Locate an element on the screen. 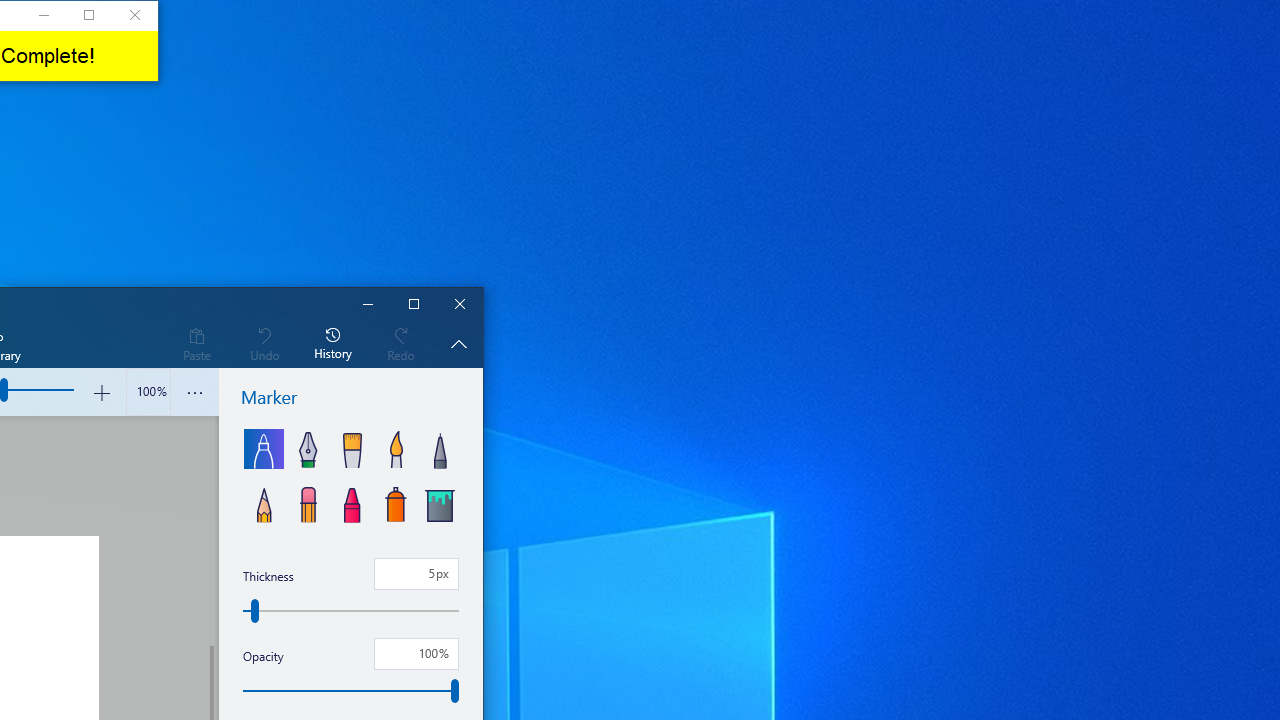 This screenshot has height=720, width=1280. 'Undo' is located at coordinates (263, 342).